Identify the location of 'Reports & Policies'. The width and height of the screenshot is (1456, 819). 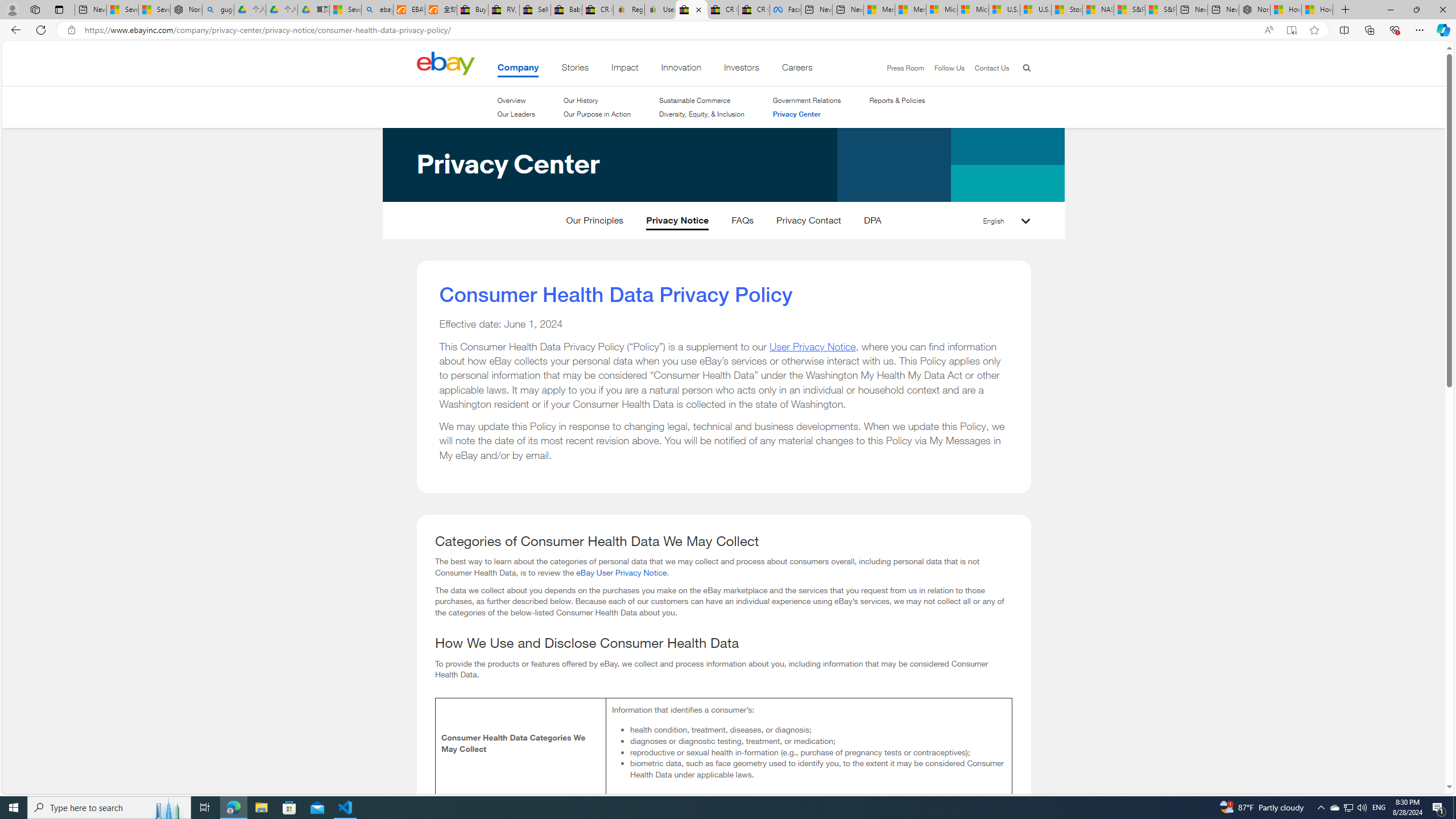
(897, 100).